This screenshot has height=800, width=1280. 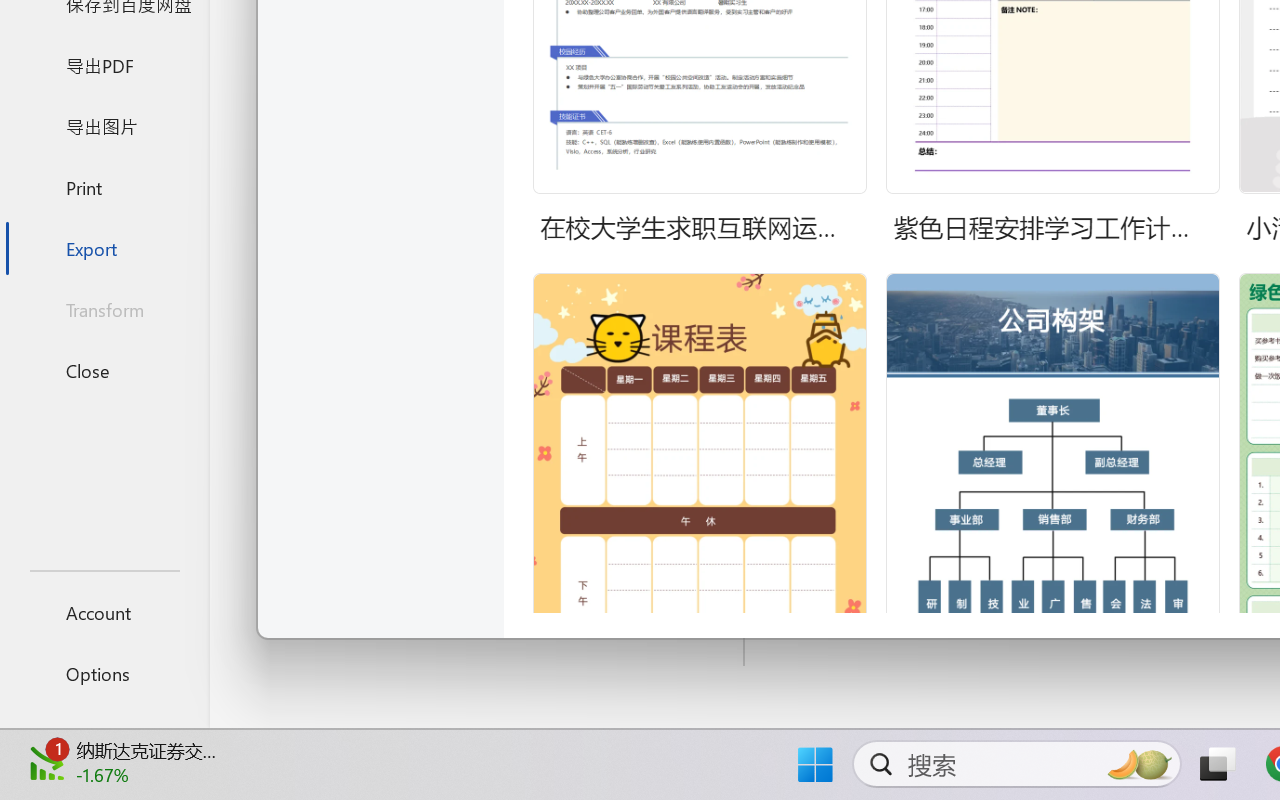 What do you see at coordinates (103, 612) in the screenshot?
I see `'Account'` at bounding box center [103, 612].